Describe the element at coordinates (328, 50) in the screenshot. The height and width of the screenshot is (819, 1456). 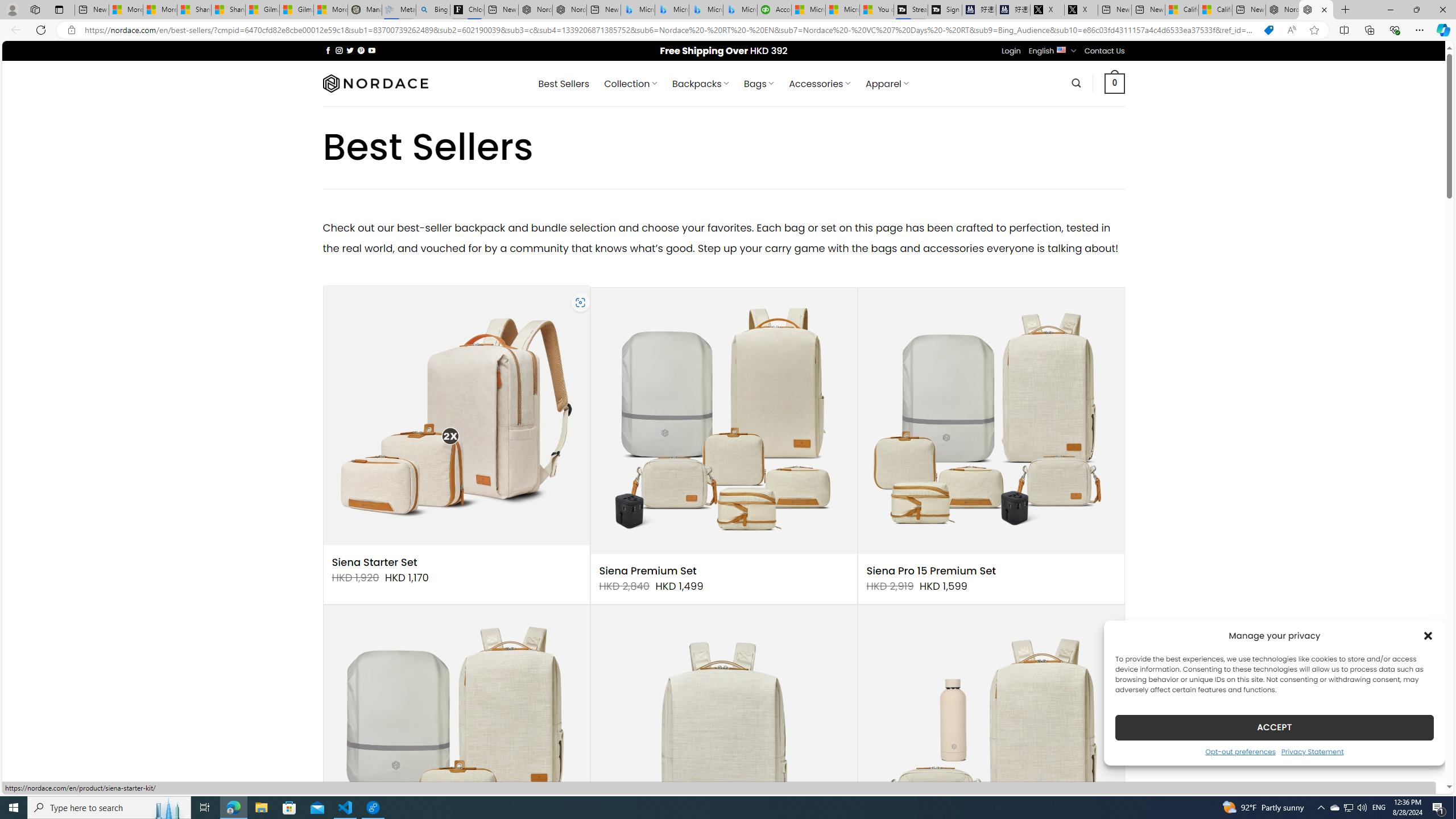
I see `'Follow on Facebook'` at that location.